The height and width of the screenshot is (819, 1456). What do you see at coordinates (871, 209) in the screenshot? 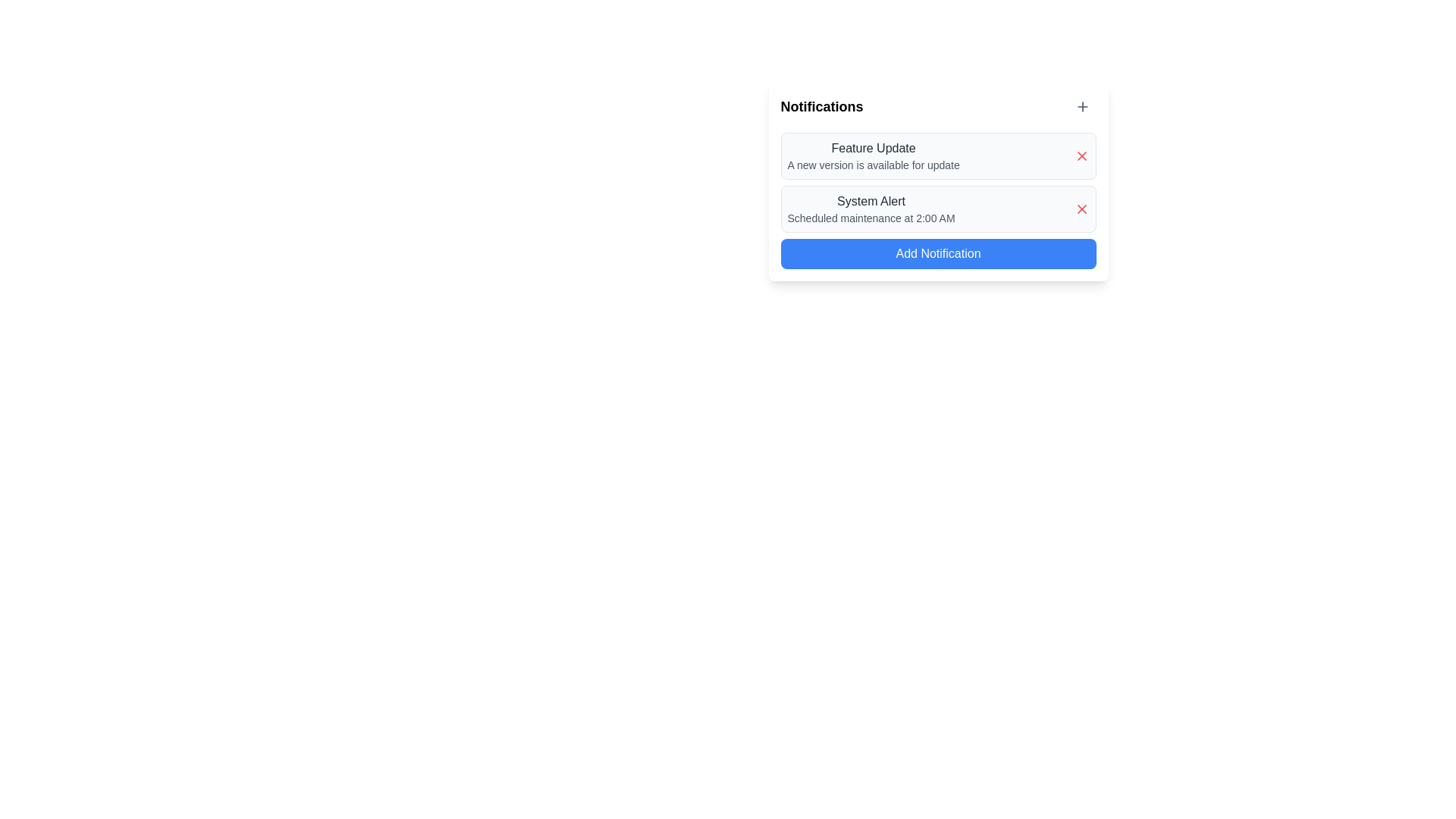
I see `the second notification card displaying 'System Alert' with the message 'Scheduled maintenance at 2:00 AM' to focus or interact with it` at bounding box center [871, 209].